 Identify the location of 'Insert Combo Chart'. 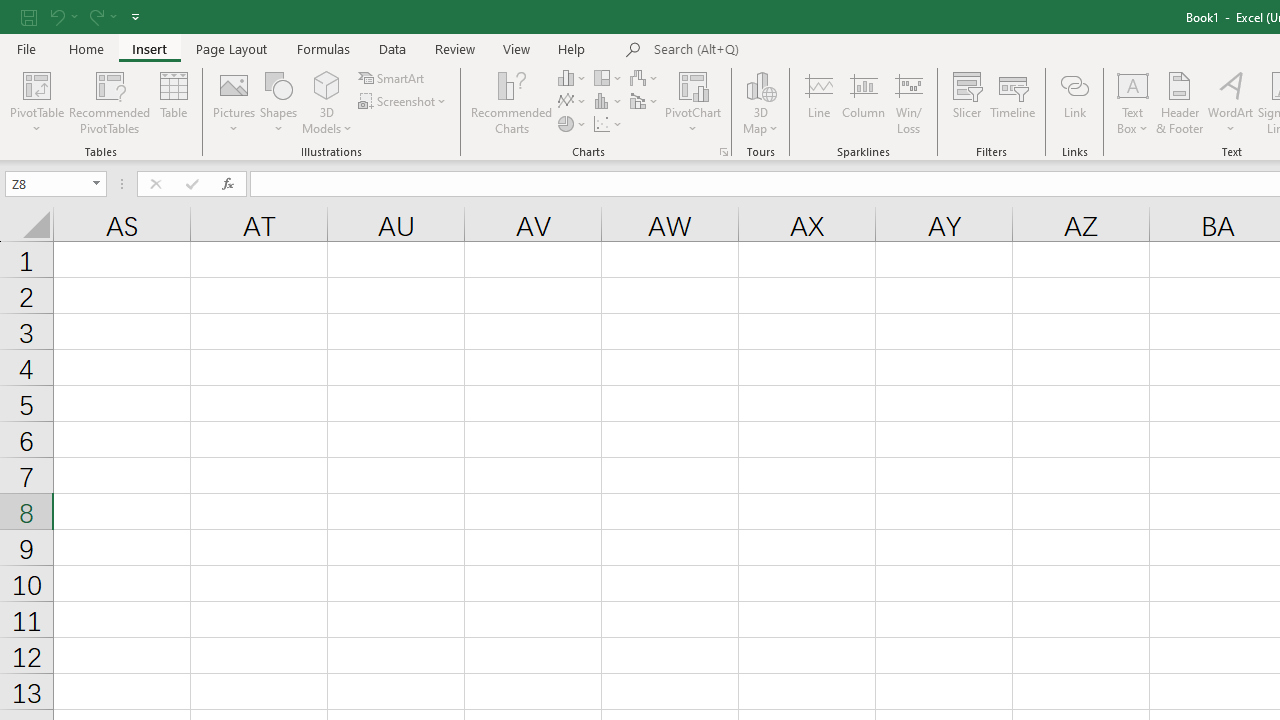
(645, 101).